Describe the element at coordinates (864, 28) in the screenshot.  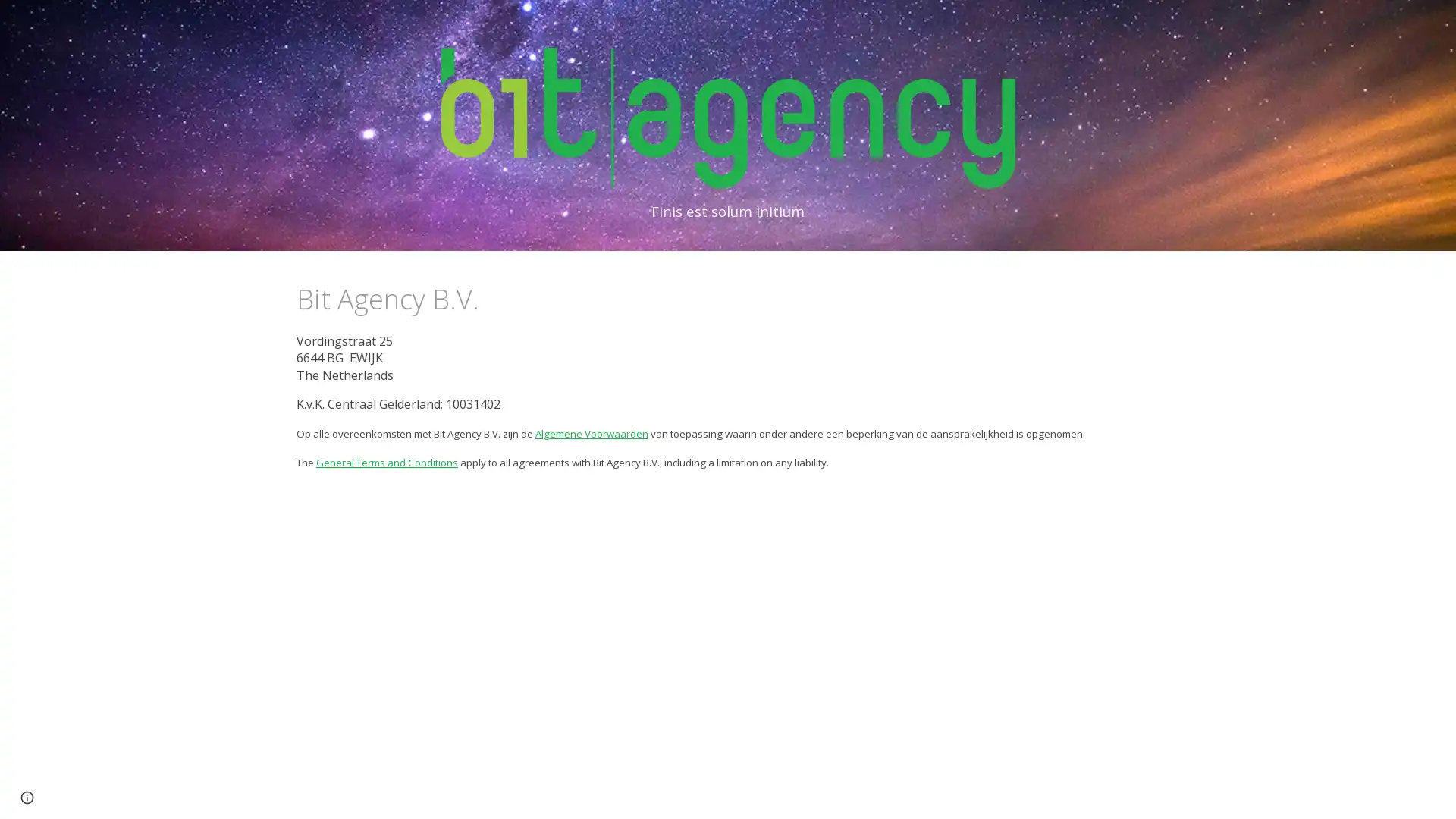
I see `Skip to navigation` at that location.